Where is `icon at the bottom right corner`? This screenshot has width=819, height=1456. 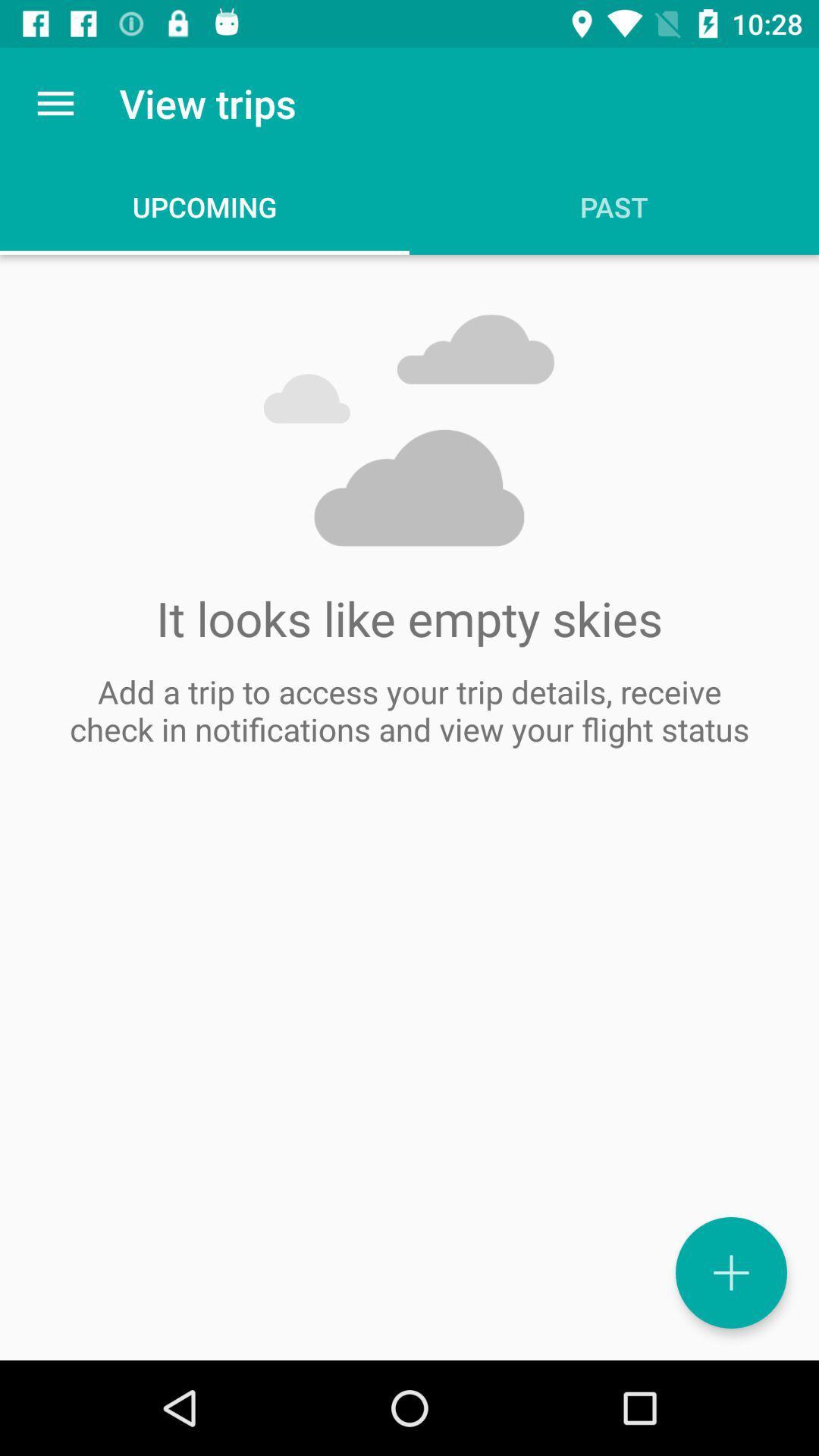
icon at the bottom right corner is located at coordinates (730, 1272).